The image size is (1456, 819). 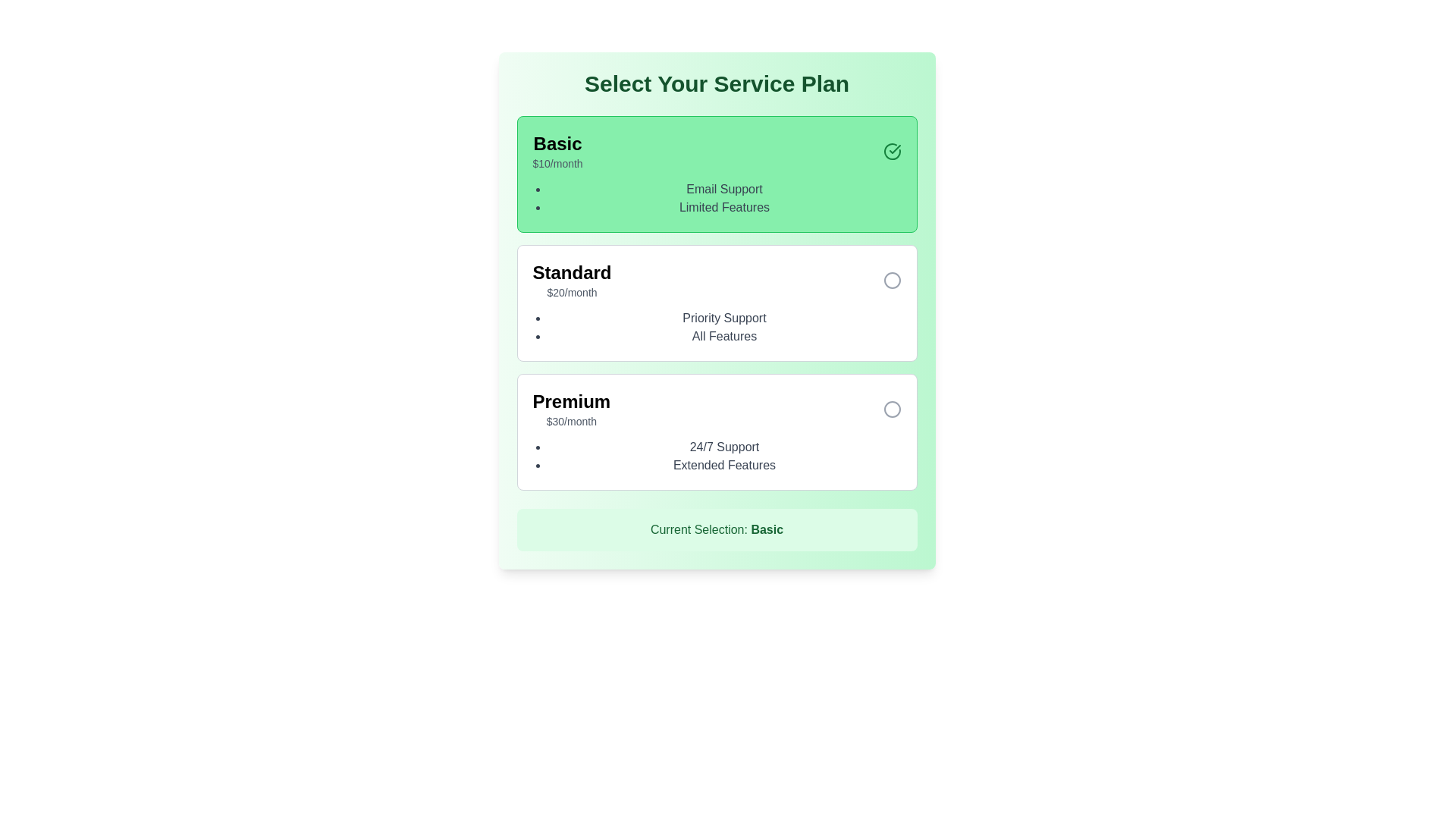 What do you see at coordinates (723, 189) in the screenshot?
I see `the static text label that reads 'Email Support', which is styled in a simple, sans-serif font, black color on a light green background, located within the 'Basic $10/month' section` at bounding box center [723, 189].